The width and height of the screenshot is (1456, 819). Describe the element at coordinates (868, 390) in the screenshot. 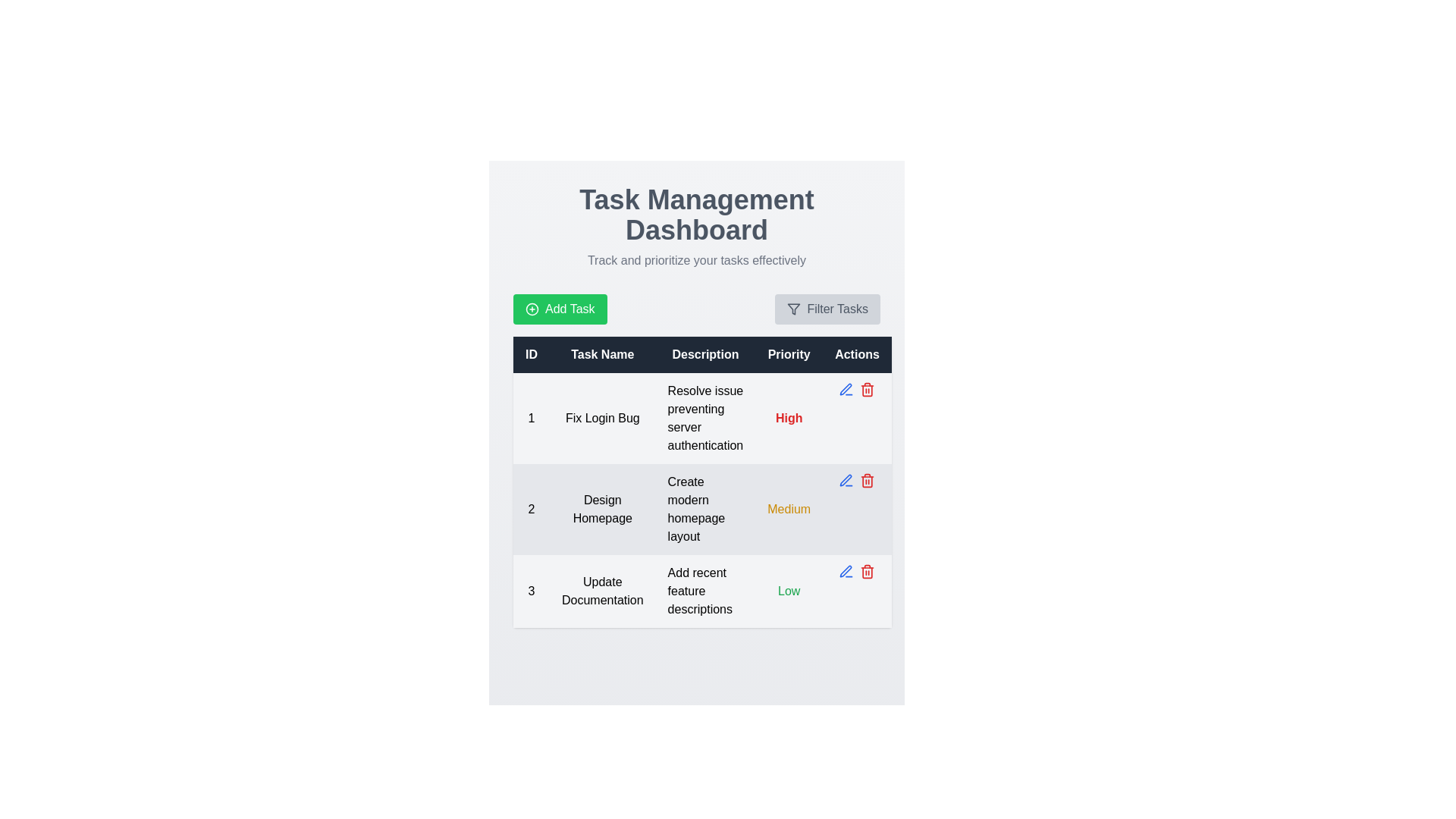

I see `the delete icon button located in the 'Actions' column of the task management table for the first task entry` at that location.